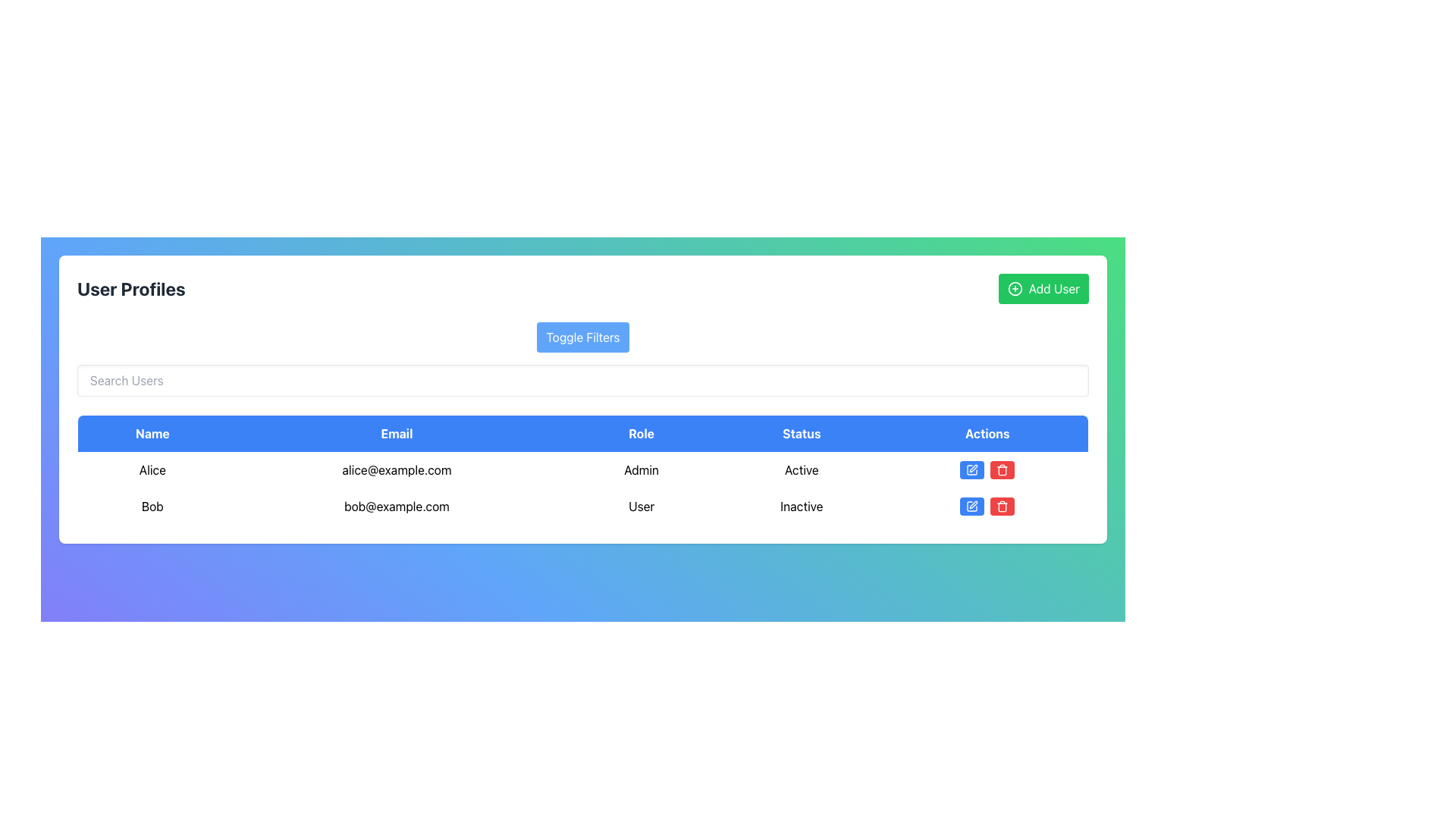 The height and width of the screenshot is (819, 1456). Describe the element at coordinates (1003, 506) in the screenshot. I see `the delete button in the 'Actions' column of the second row in the user profile table` at that location.